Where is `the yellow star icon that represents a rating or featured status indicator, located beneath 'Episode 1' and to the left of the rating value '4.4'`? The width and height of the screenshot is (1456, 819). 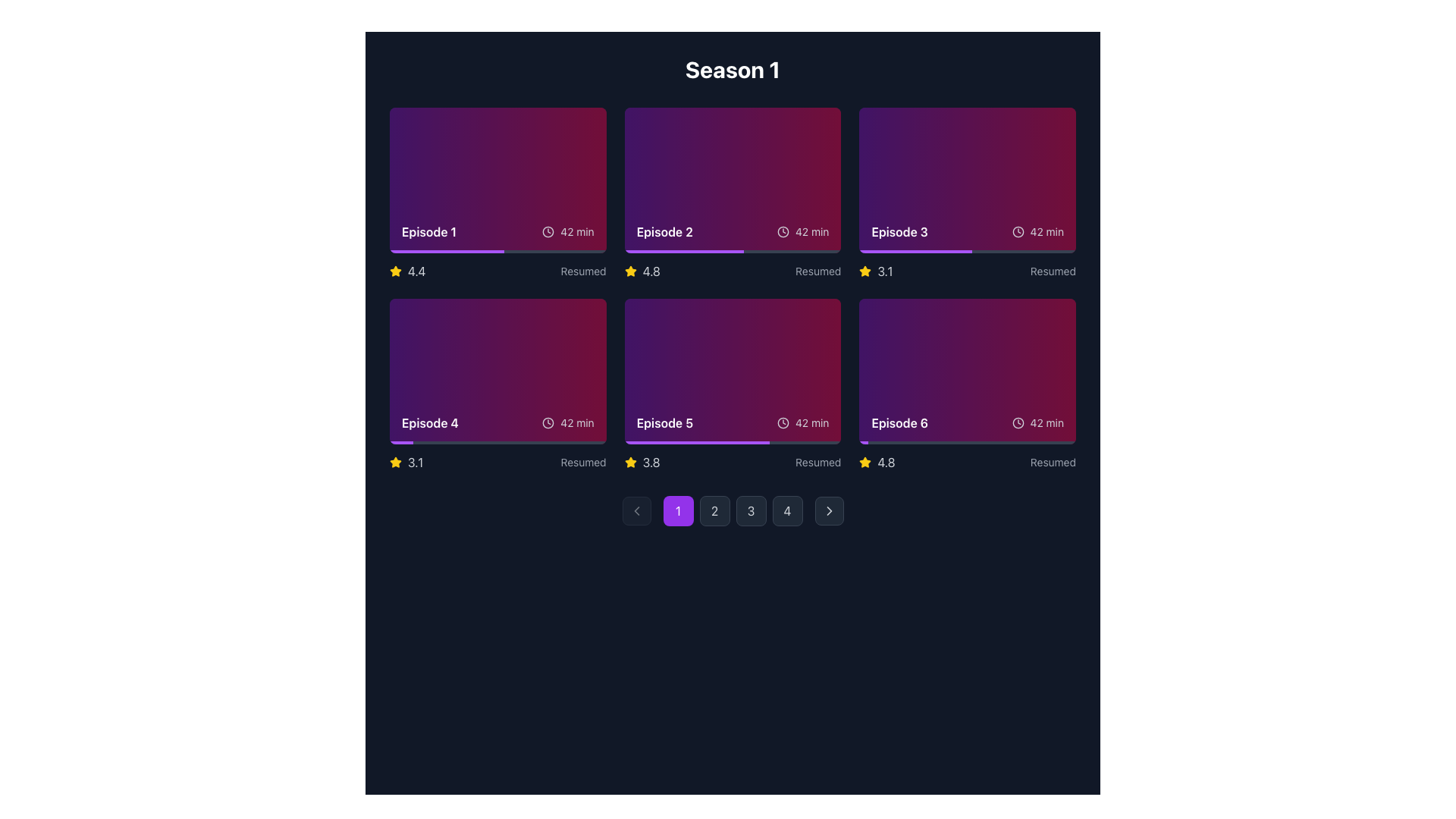
the yellow star icon that represents a rating or featured status indicator, located beneath 'Episode 1' and to the left of the rating value '4.4' is located at coordinates (630, 461).